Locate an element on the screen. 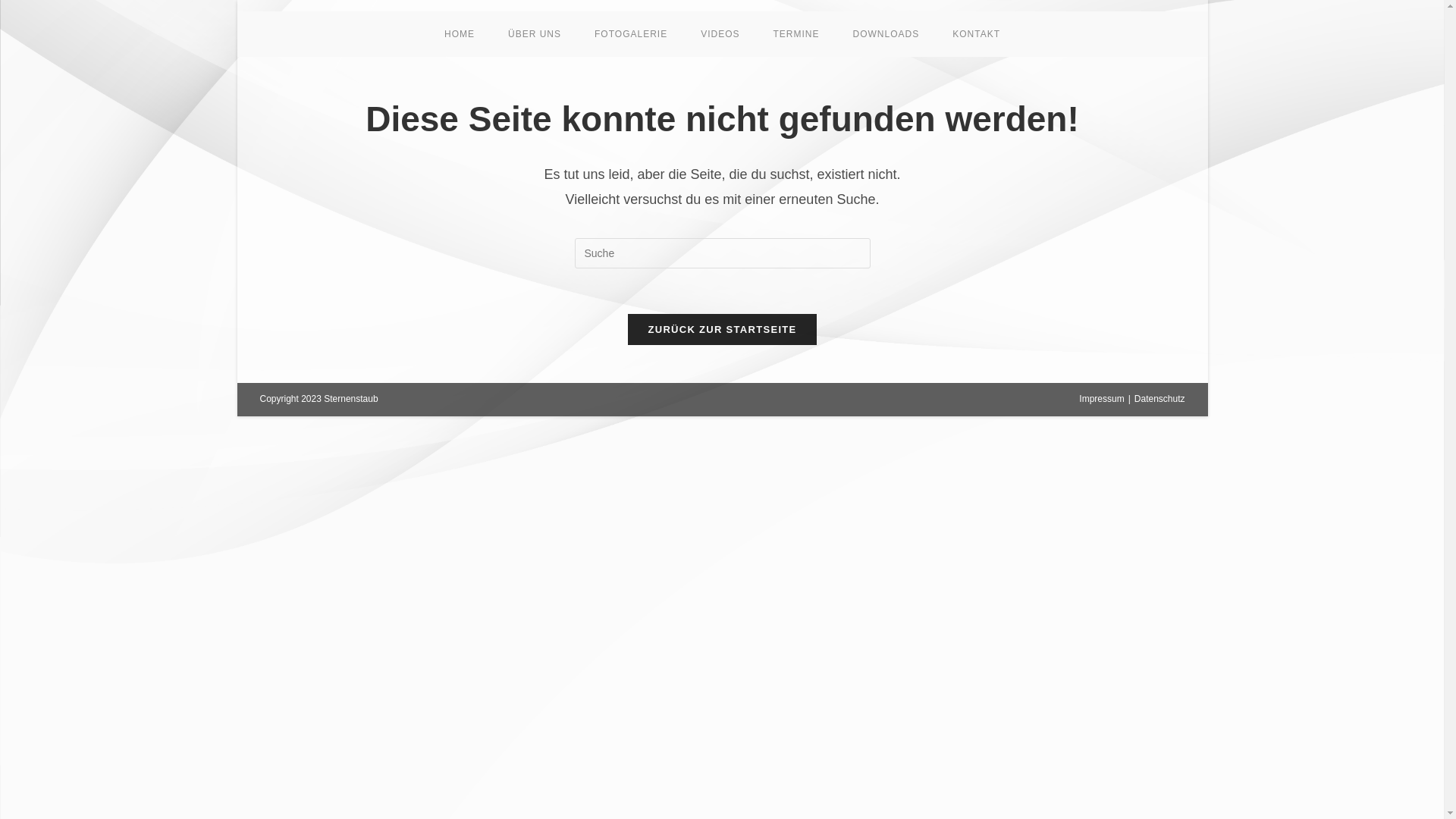 The width and height of the screenshot is (1456, 819). 'Impressum' is located at coordinates (1101, 397).